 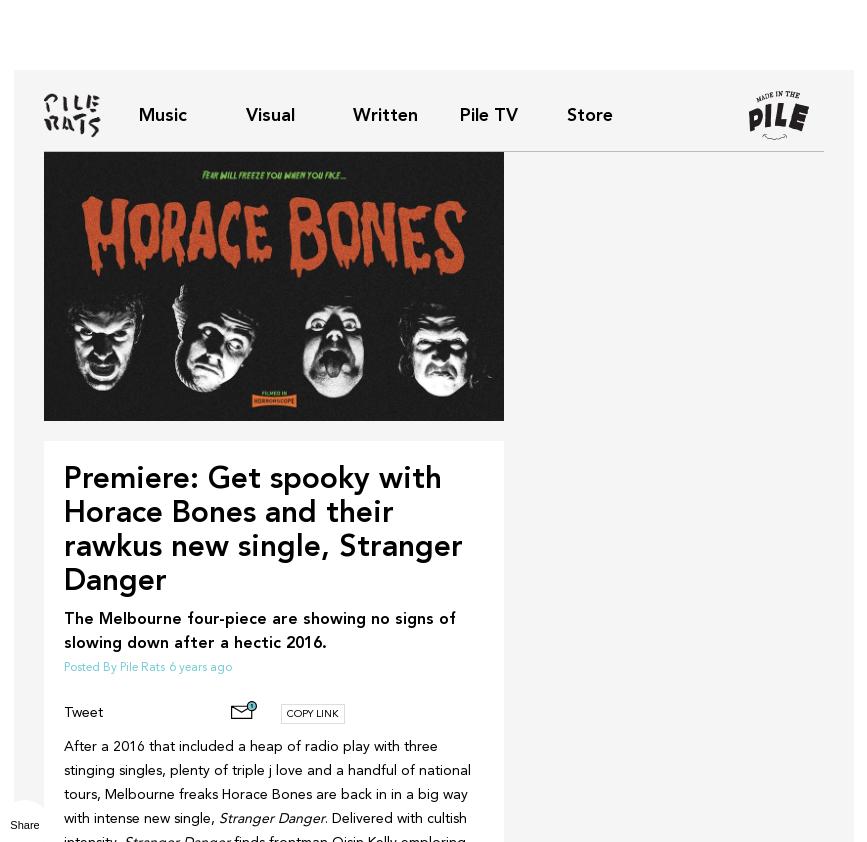 I want to click on 'Visual', so click(x=269, y=113).